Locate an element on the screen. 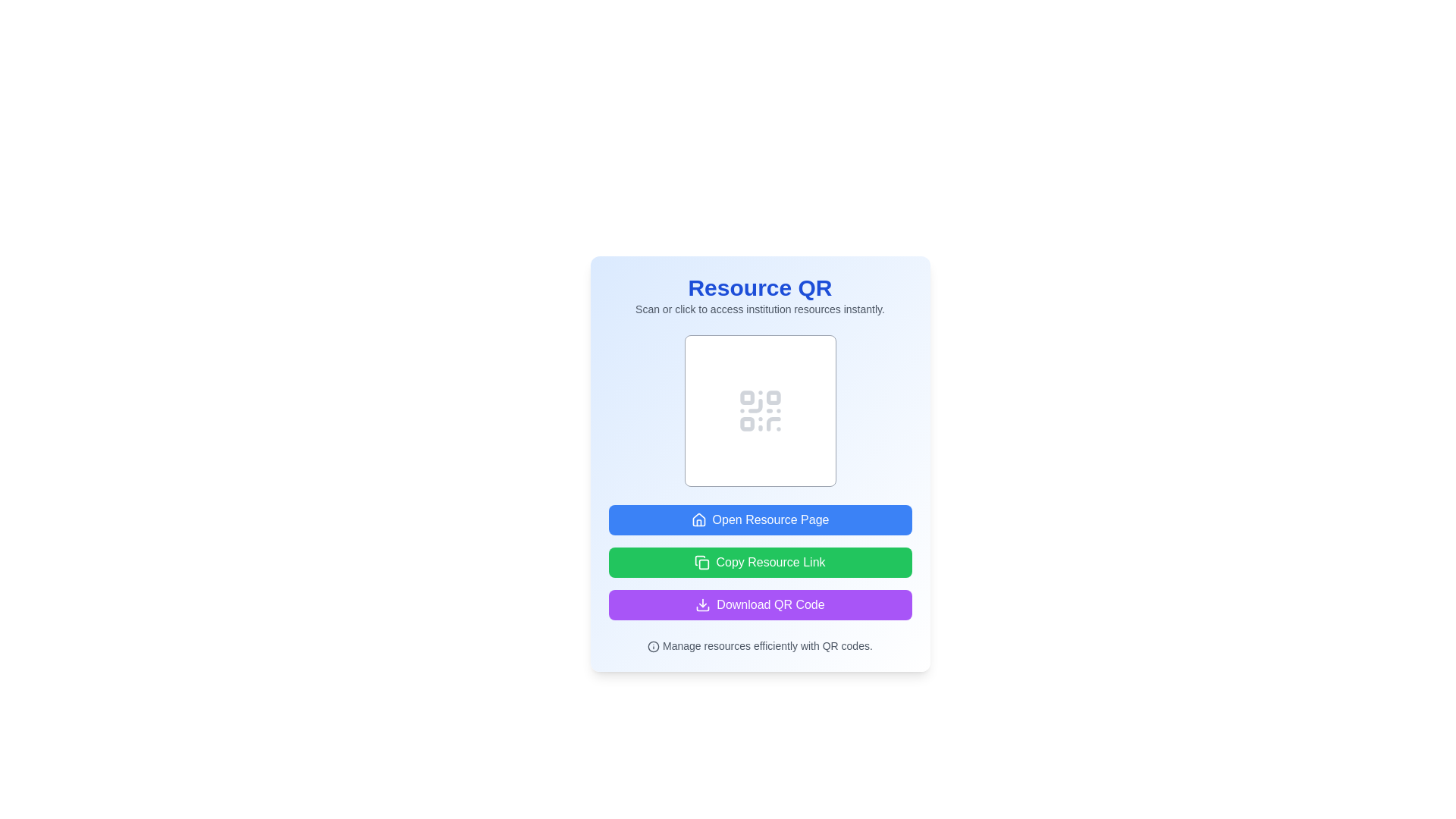  the blue button labeled 'Open Resource Page' which contains a house SVG icon on its left side is located at coordinates (698, 519).